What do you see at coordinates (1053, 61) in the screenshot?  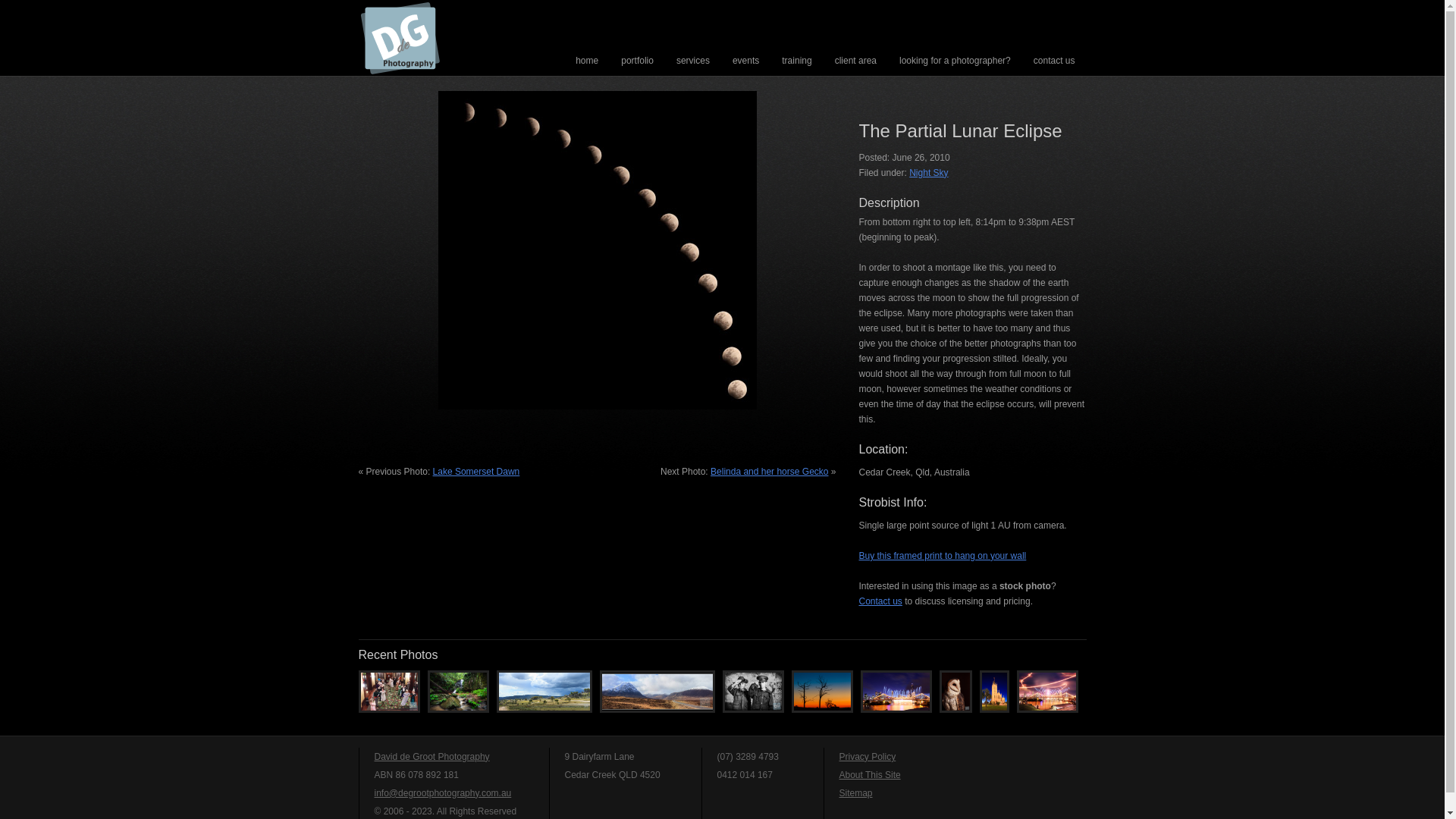 I see `'contact us'` at bounding box center [1053, 61].